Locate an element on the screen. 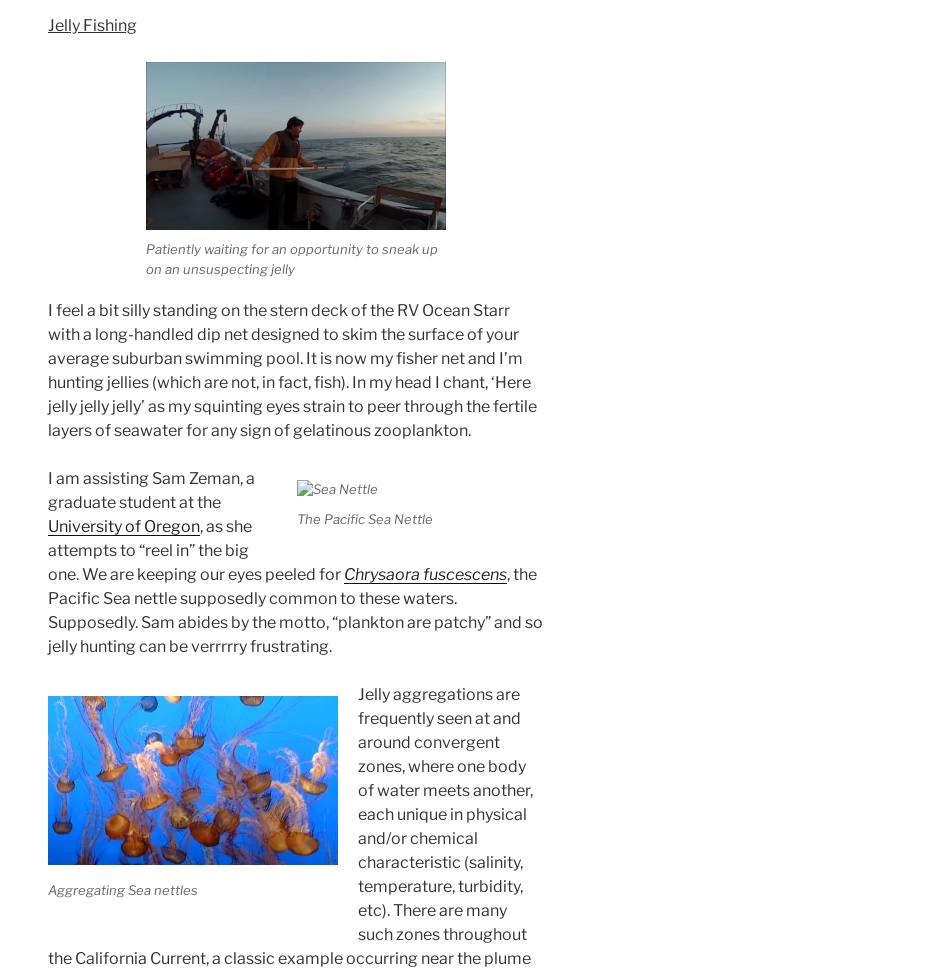 The image size is (950, 972). 'Aggregating Sea nettles' is located at coordinates (47, 888).